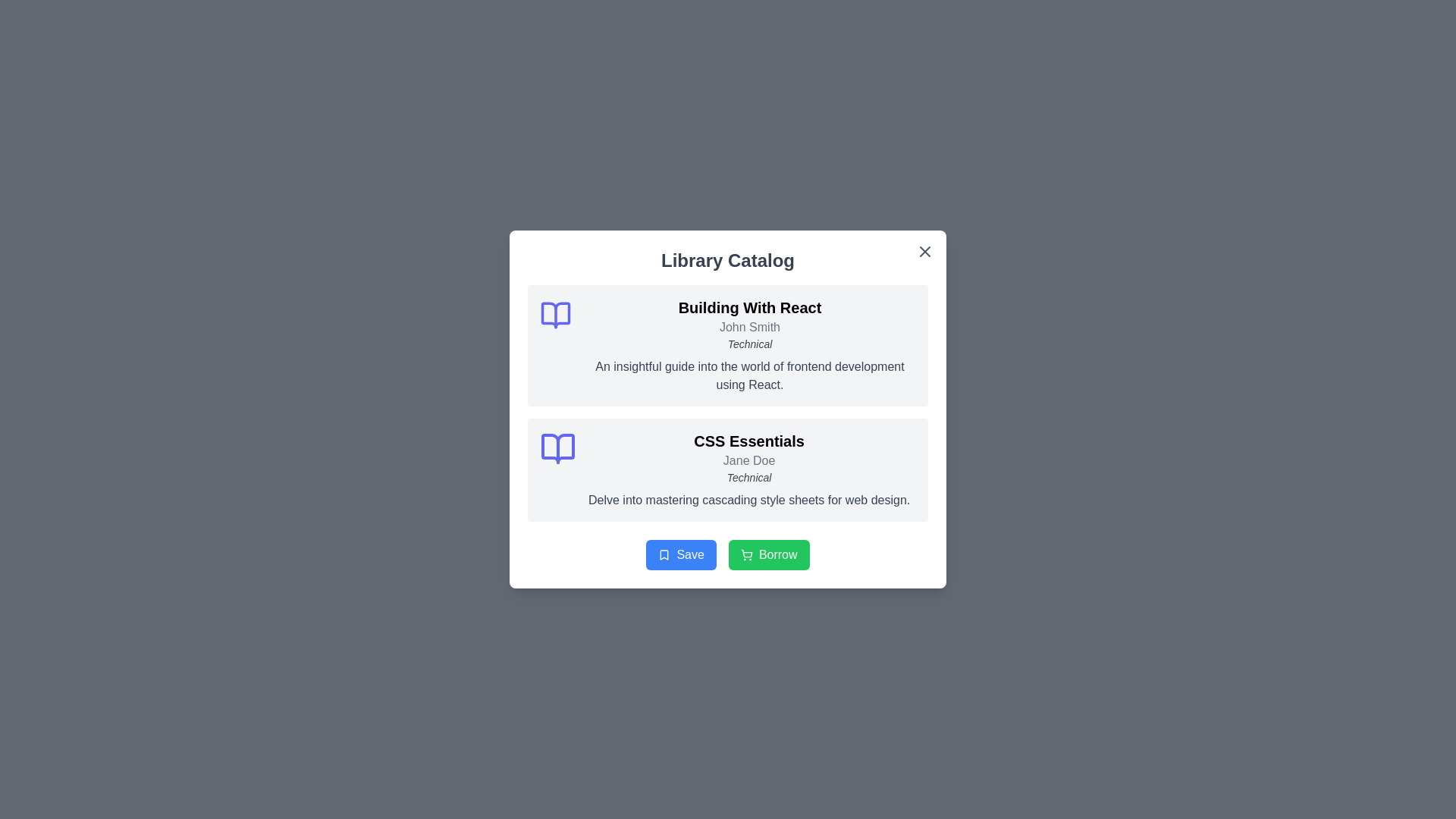 The height and width of the screenshot is (819, 1456). What do you see at coordinates (924, 250) in the screenshot?
I see `the small square button with an 'X' icon at the top-right corner of the white panel` at bounding box center [924, 250].